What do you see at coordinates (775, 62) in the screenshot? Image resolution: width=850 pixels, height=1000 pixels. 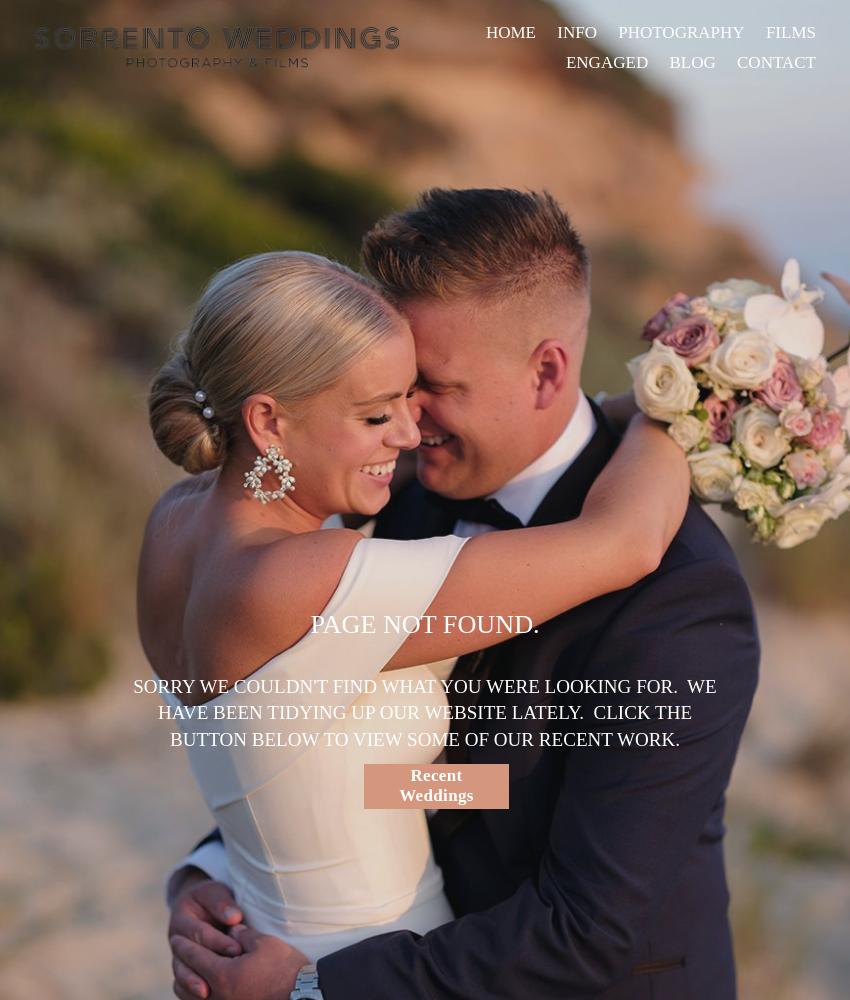 I see `'CONTACT'` at bounding box center [775, 62].